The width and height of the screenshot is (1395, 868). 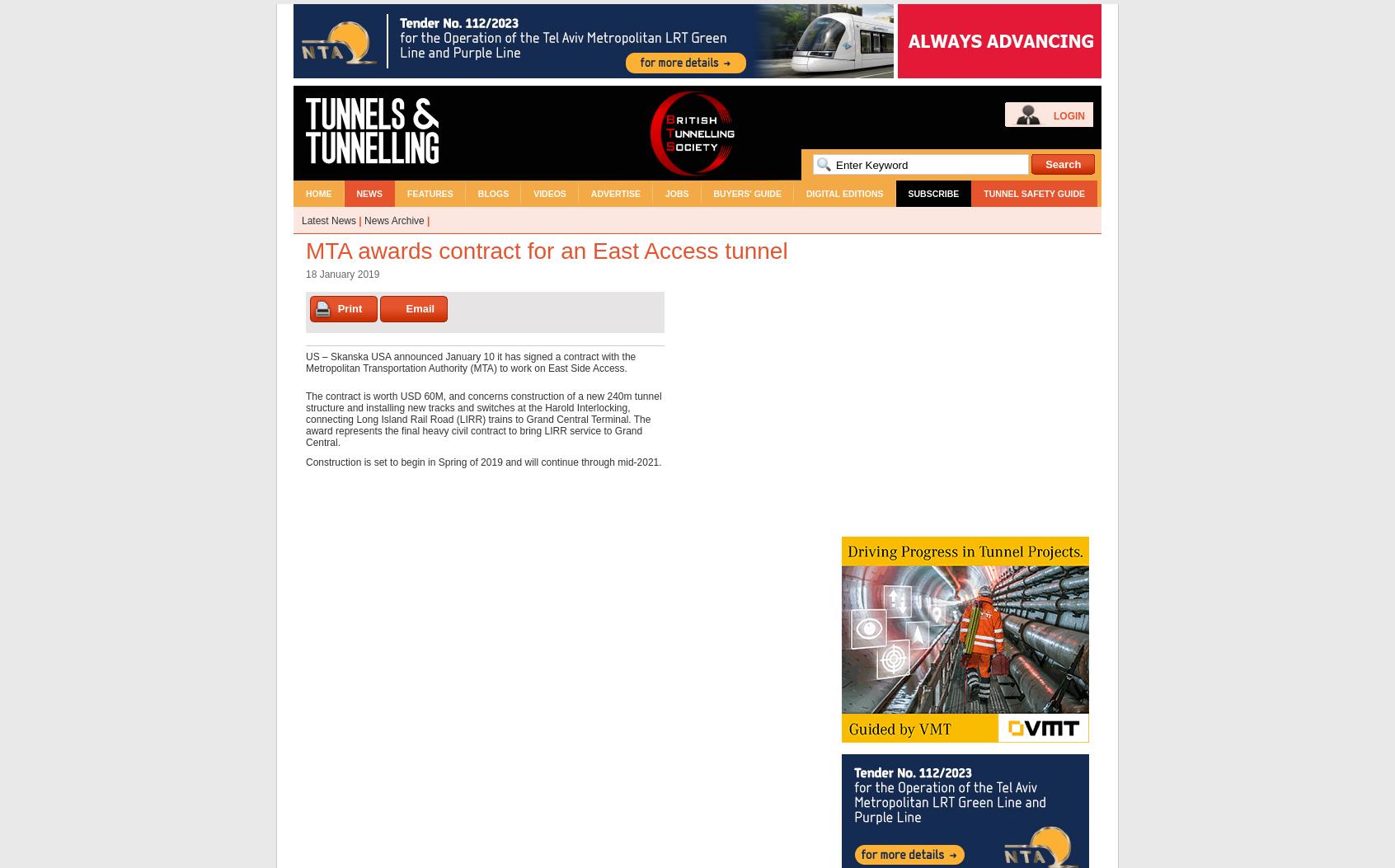 What do you see at coordinates (306, 362) in the screenshot?
I see `'US – Skanska USA announced January 10 it has signed a contract with the Metropolitan Transportation Authority (MTA) to work on East Side Access.'` at bounding box center [306, 362].